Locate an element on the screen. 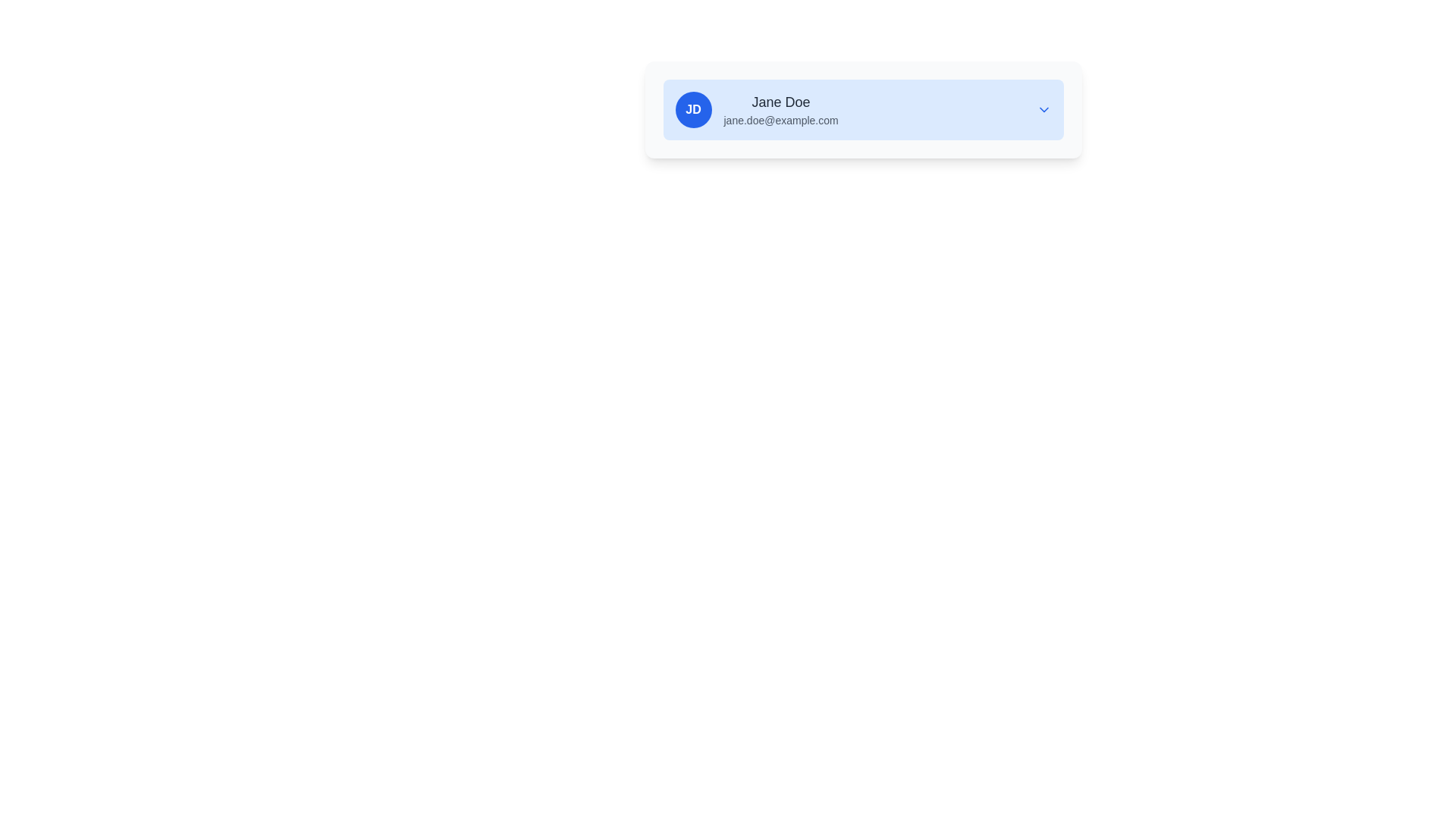  the email address 'jane.doe@example.com' styled in a smaller gray font, located below 'Jane Doe' within a light blue background card is located at coordinates (781, 119).